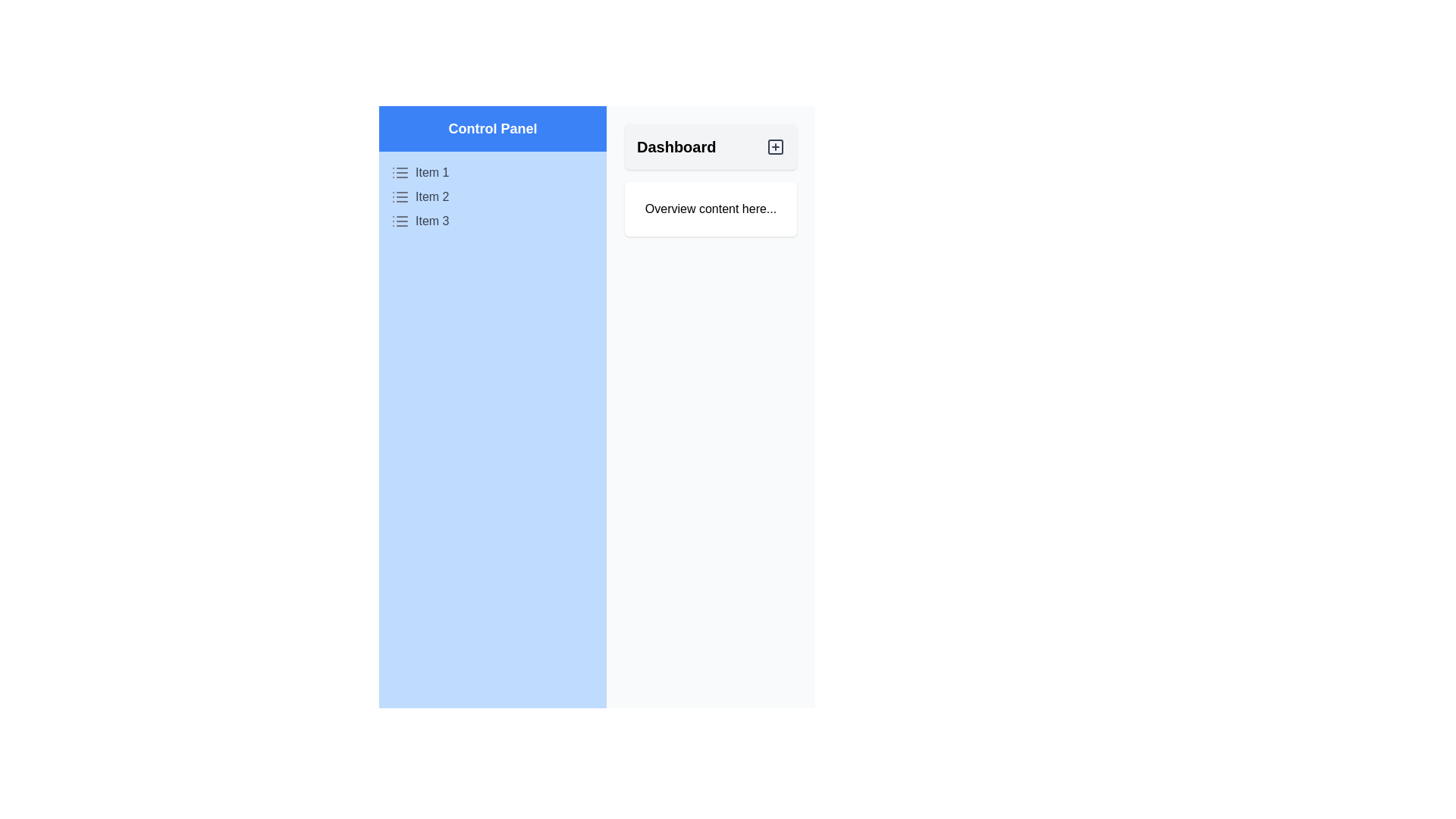 The image size is (1456, 819). What do you see at coordinates (492, 127) in the screenshot?
I see `the 'Control Panel' text label, which is styled in bold font and larger size, located in a blue rectangular background at the top-left corner of the interface` at bounding box center [492, 127].